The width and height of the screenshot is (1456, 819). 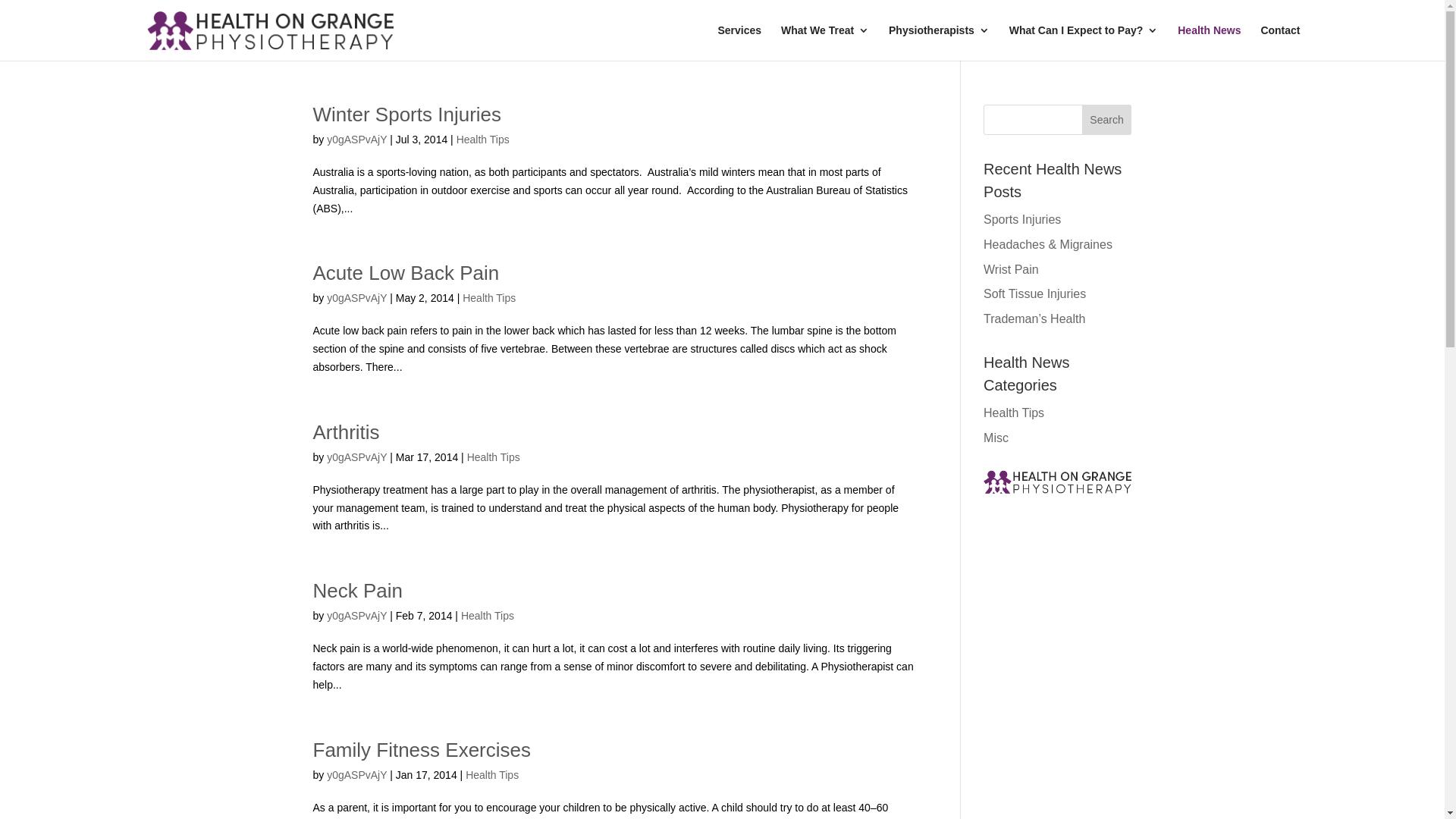 What do you see at coordinates (356, 140) in the screenshot?
I see `'y0gASPvAjY'` at bounding box center [356, 140].